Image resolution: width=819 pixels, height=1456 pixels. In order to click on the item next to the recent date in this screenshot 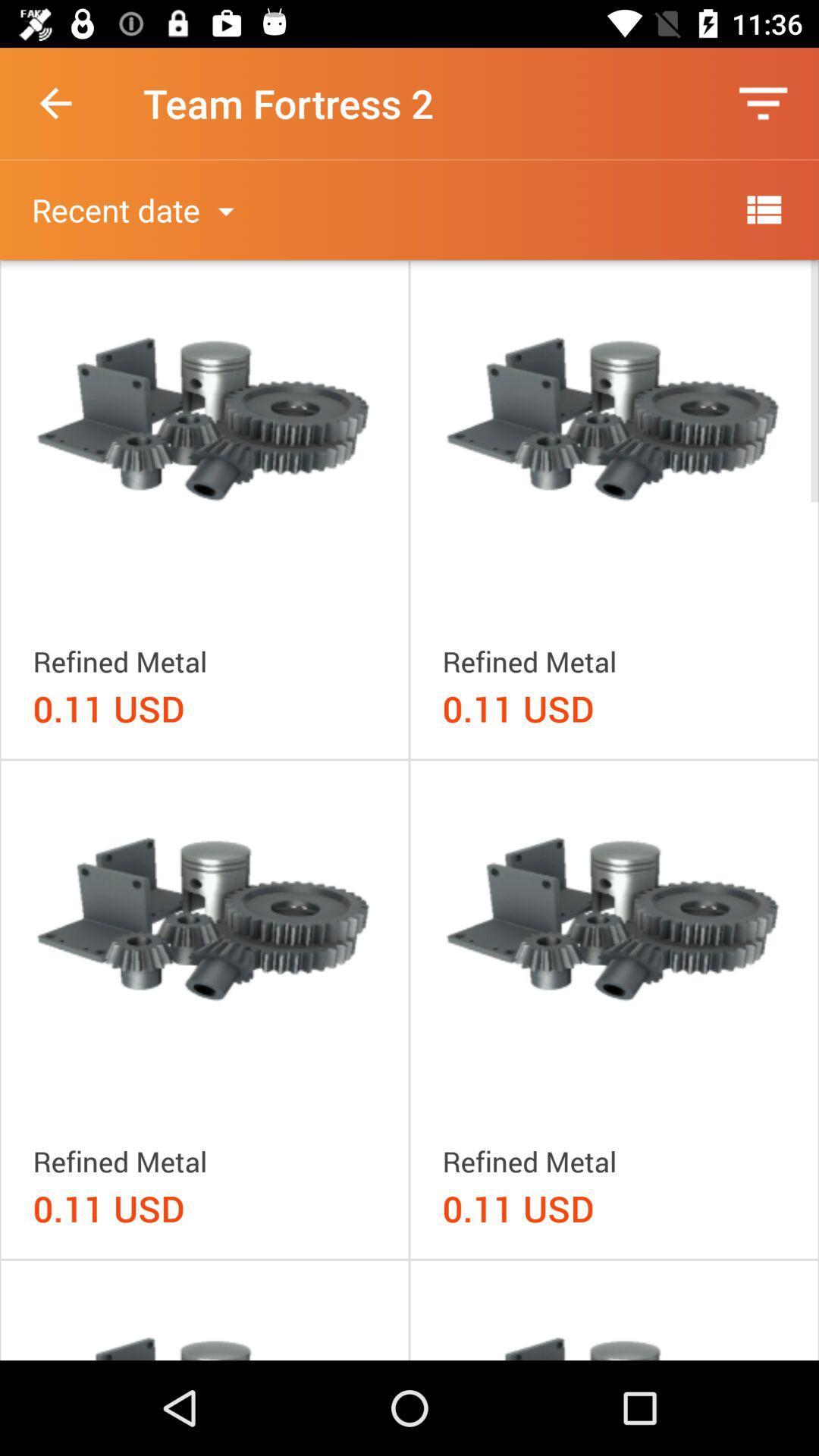, I will do `click(763, 209)`.